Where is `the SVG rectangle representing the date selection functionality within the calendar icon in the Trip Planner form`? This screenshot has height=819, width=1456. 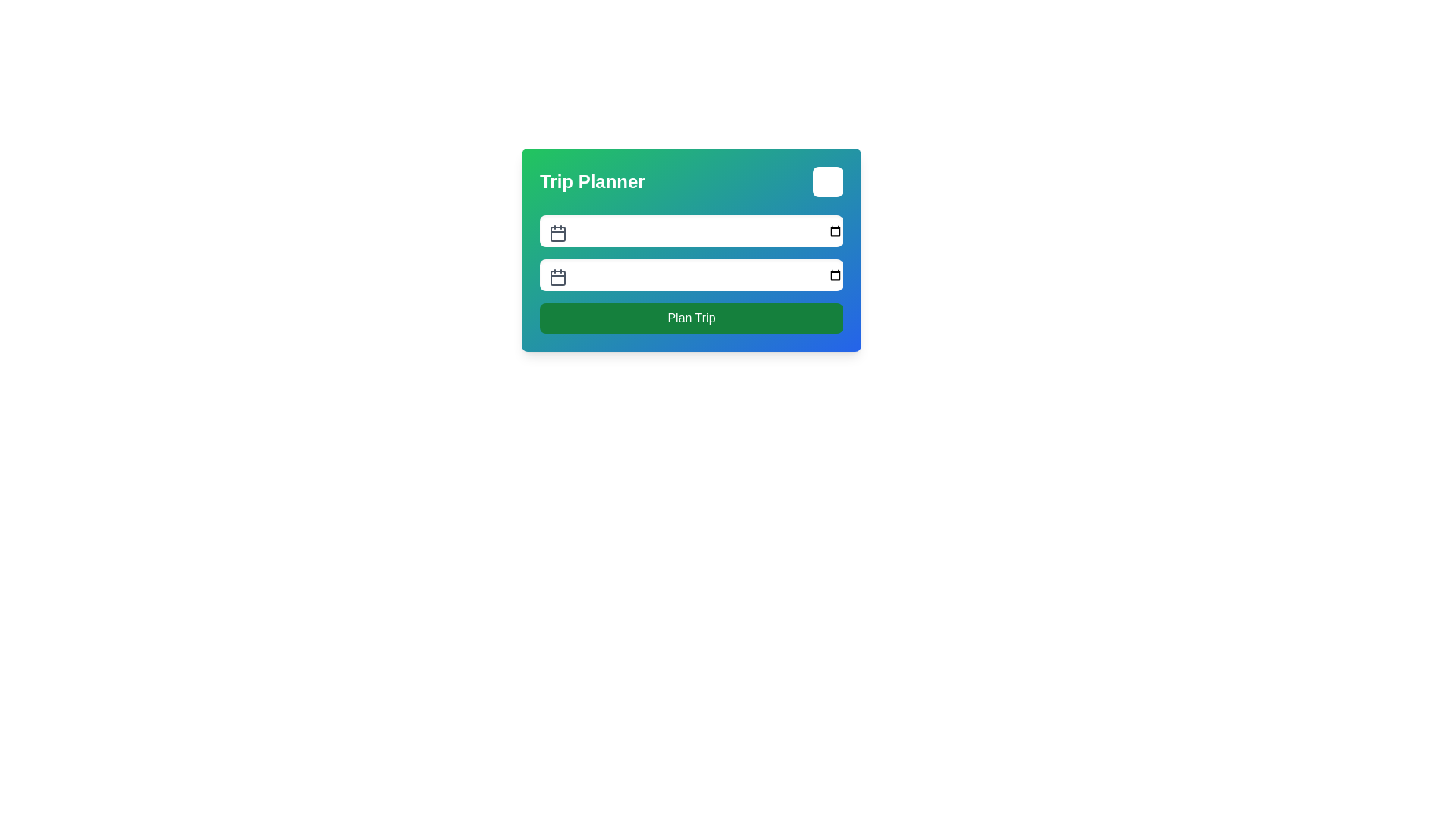
the SVG rectangle representing the date selection functionality within the calendar icon in the Trip Planner form is located at coordinates (557, 234).